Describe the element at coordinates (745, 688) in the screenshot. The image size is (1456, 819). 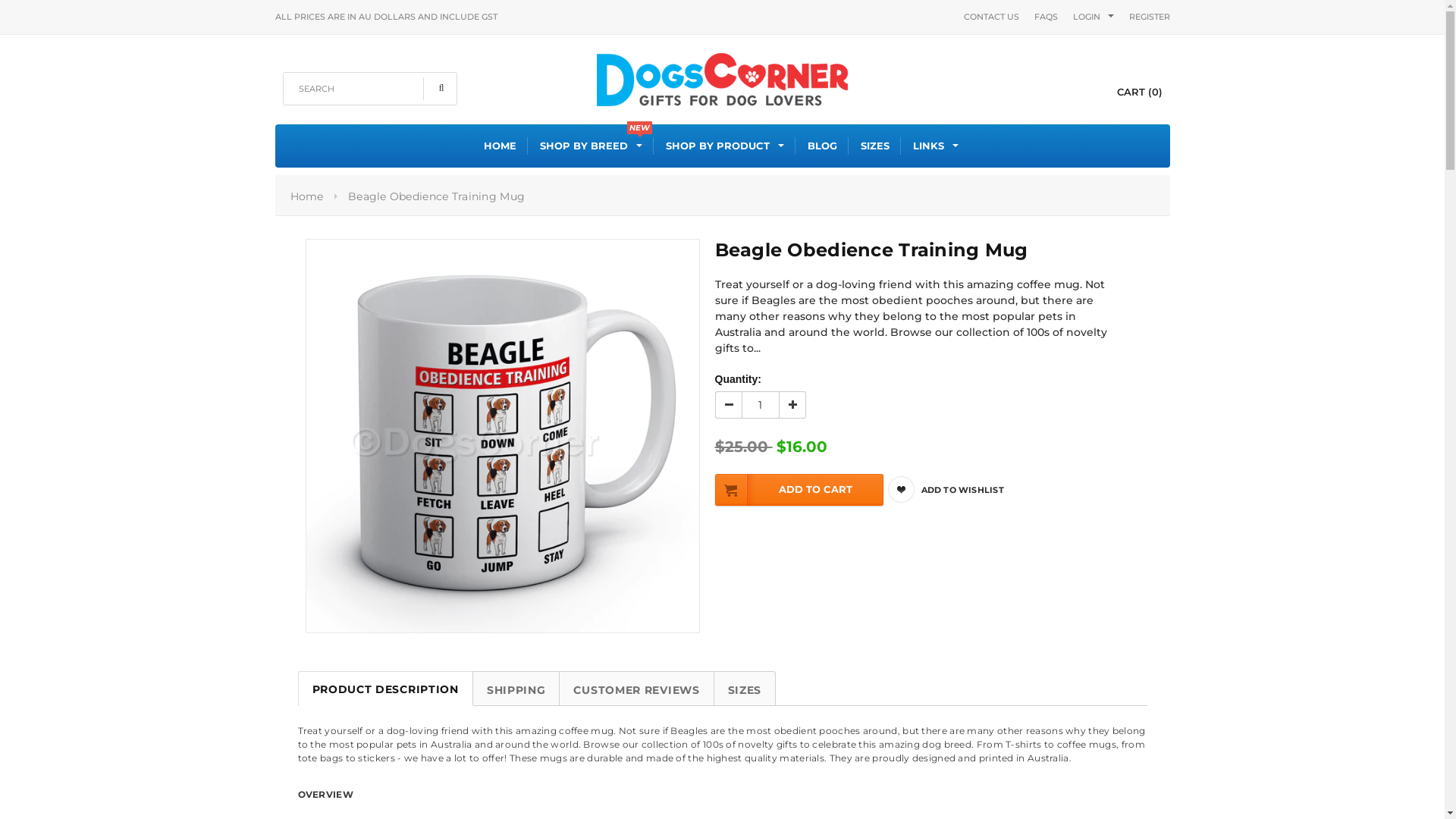
I see `'SIZES'` at that location.